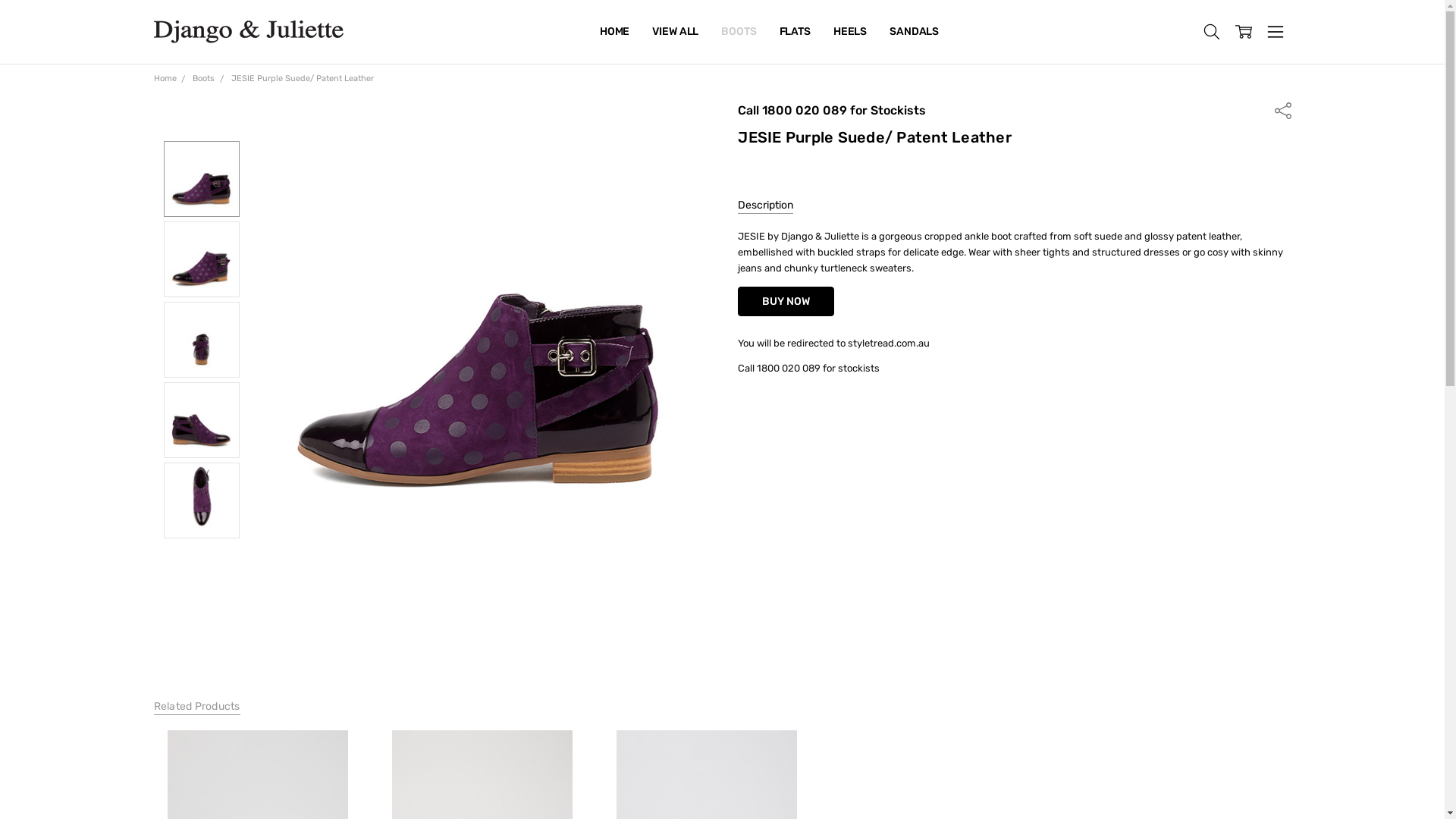 The height and width of the screenshot is (819, 1456). I want to click on 'VIEW ALL', so click(640, 32).